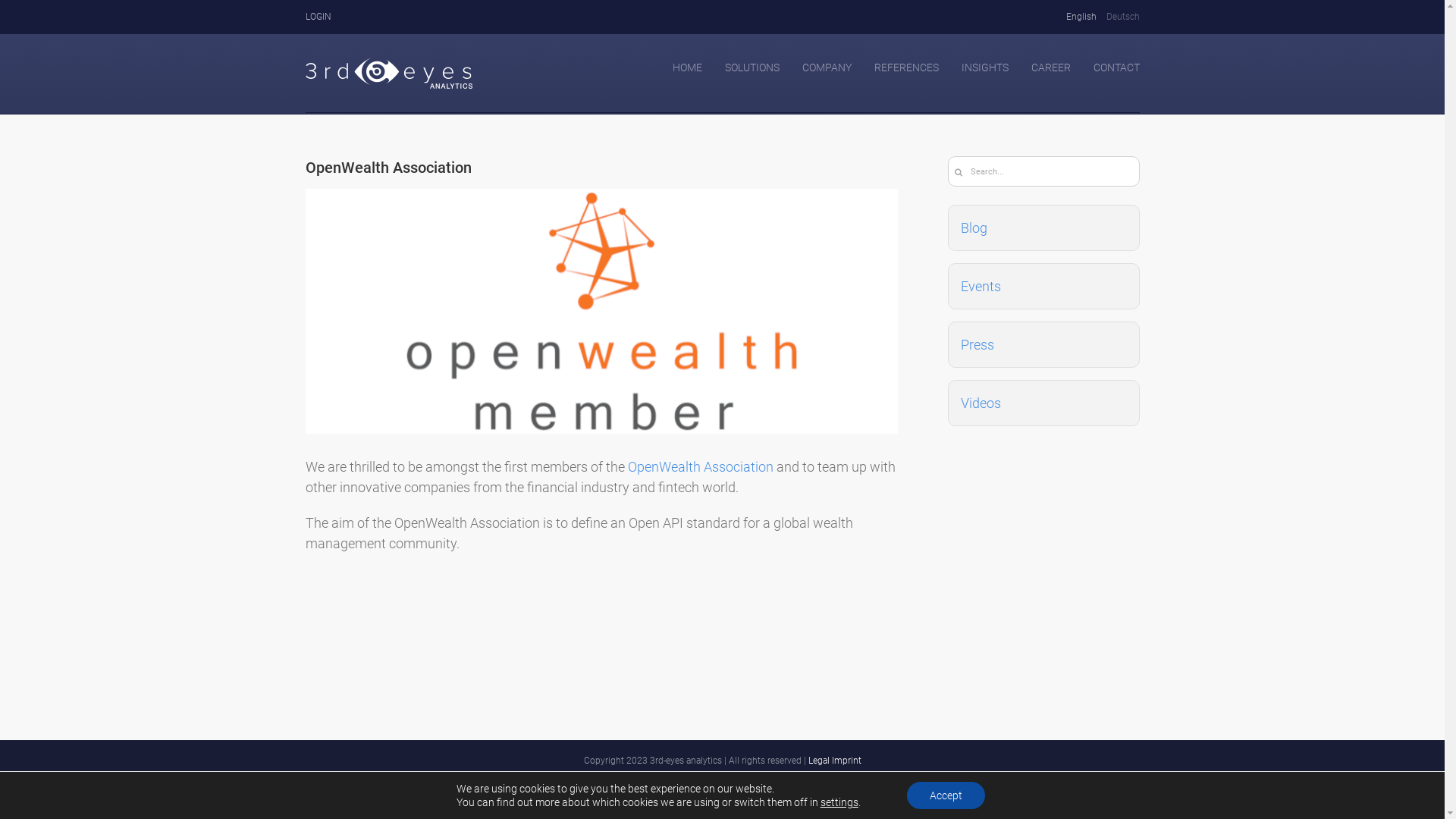  Describe the element at coordinates (1050, 65) in the screenshot. I see `'CAREER'` at that location.